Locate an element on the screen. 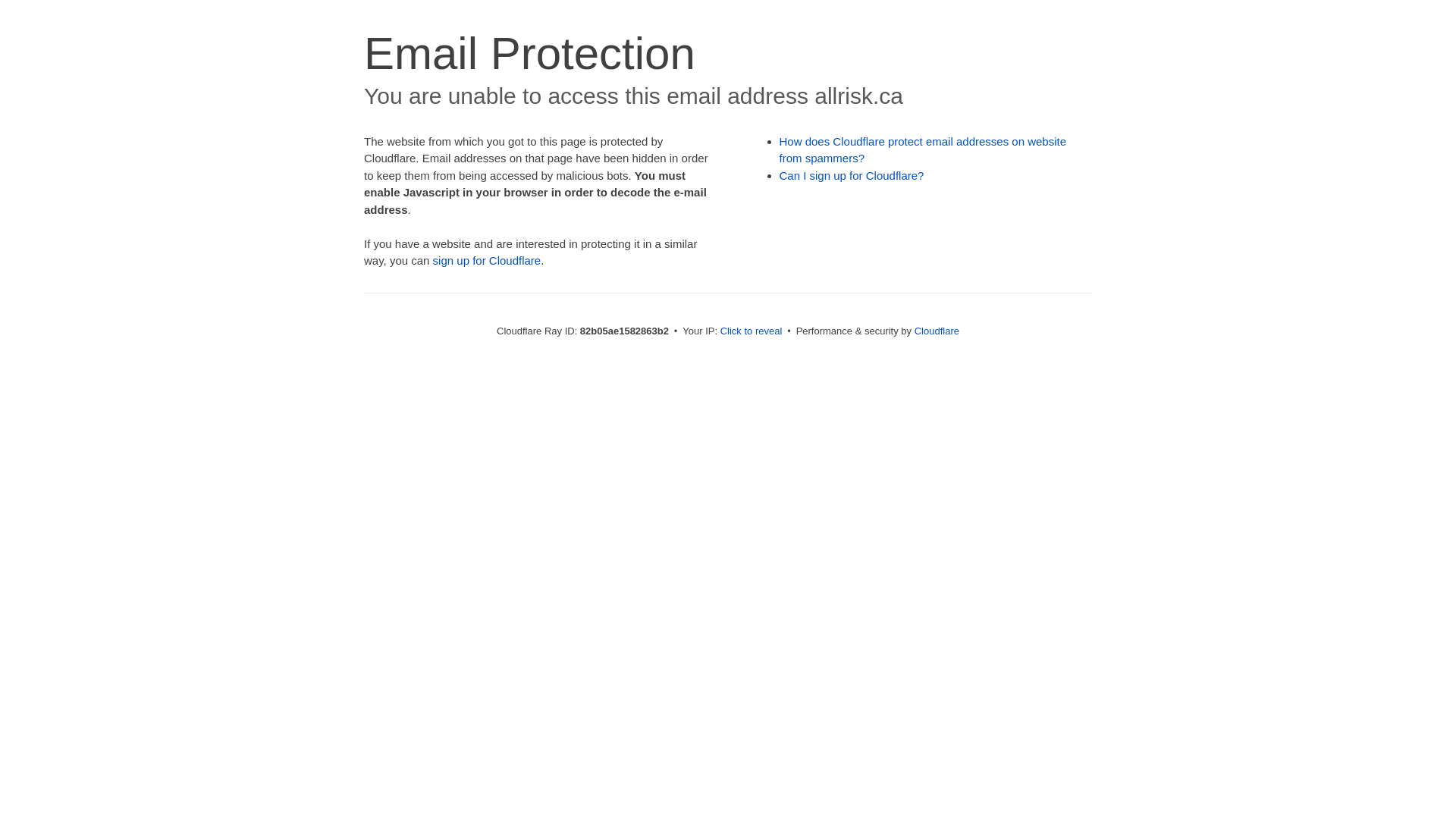 This screenshot has width=1456, height=819. 'sign up for Cloudflare' is located at coordinates (487, 259).